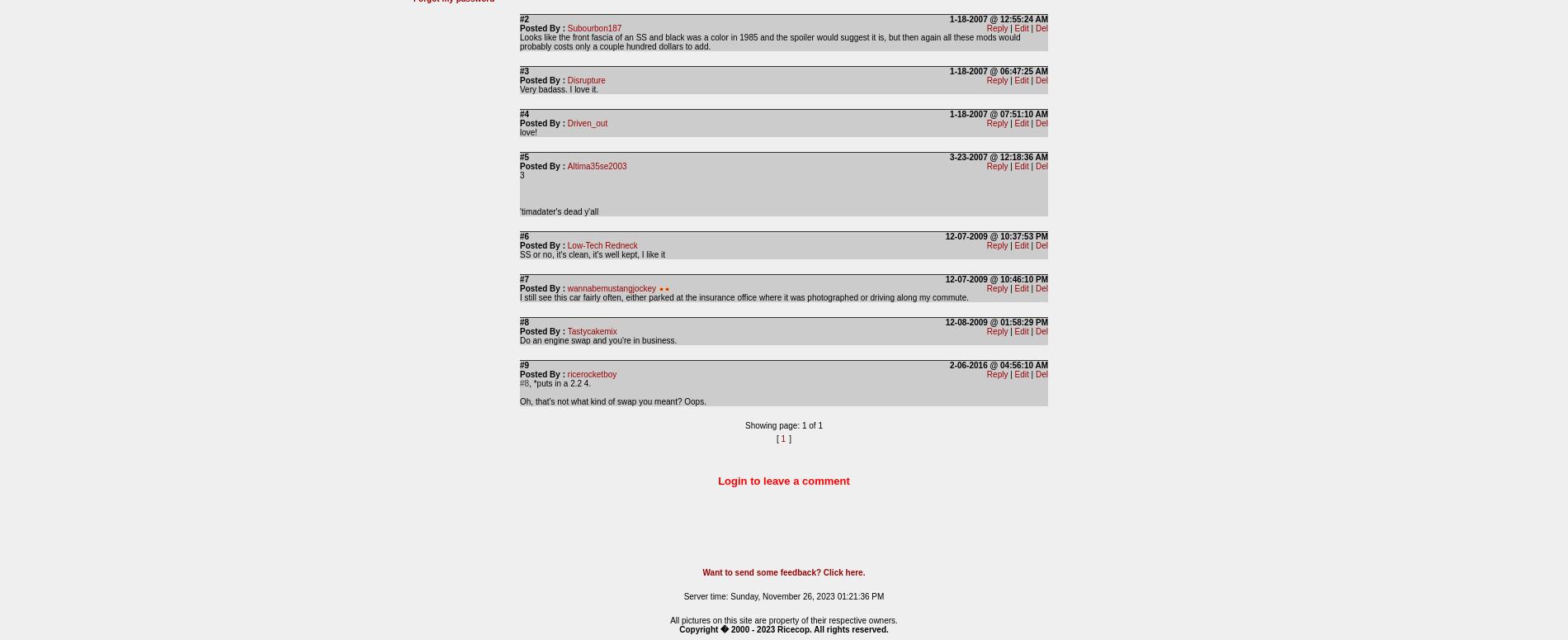 The image size is (1568, 640). What do you see at coordinates (520, 401) in the screenshot?
I see `'Oh, that's not what kind of swap you meant? Oops.'` at bounding box center [520, 401].